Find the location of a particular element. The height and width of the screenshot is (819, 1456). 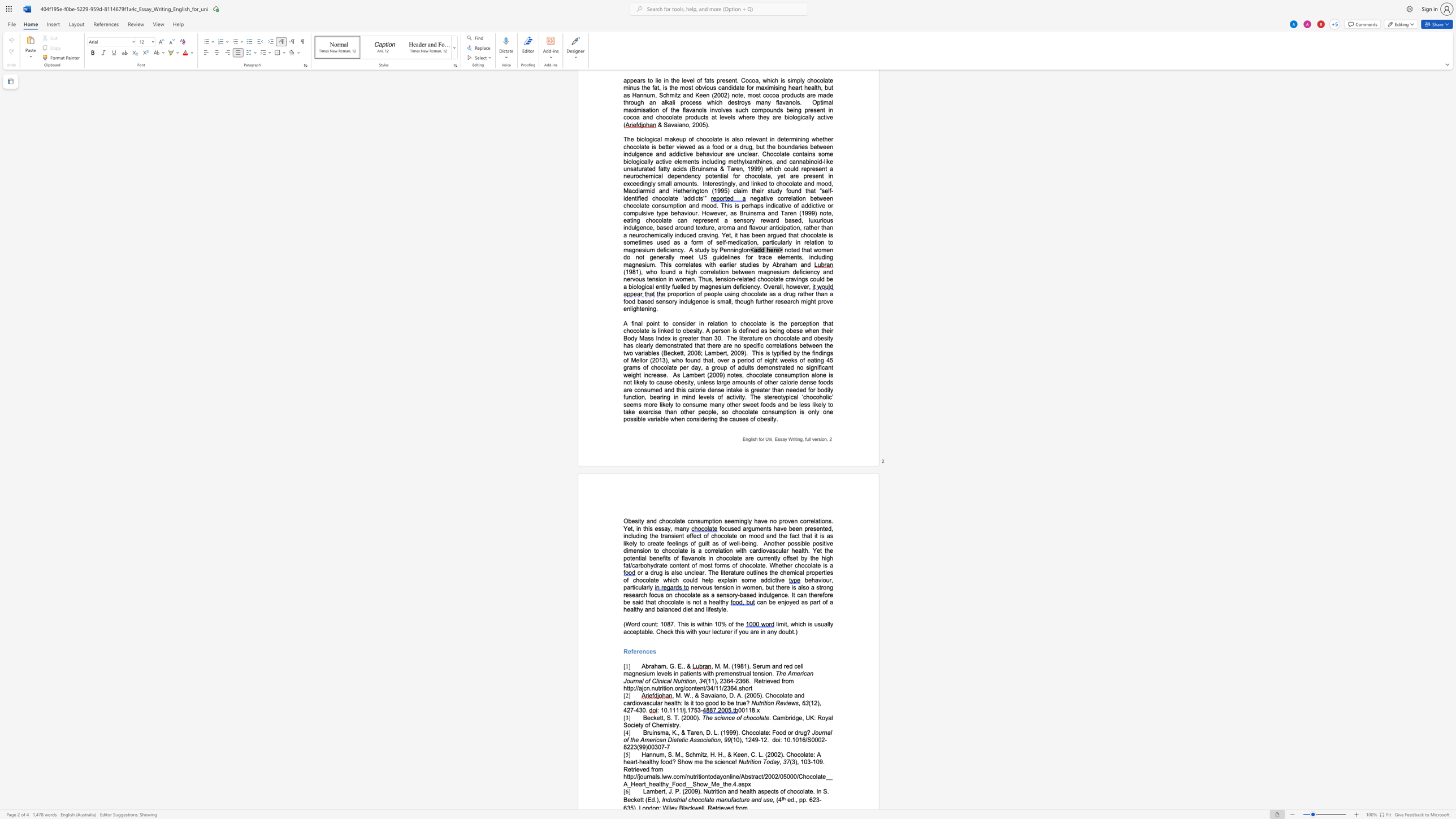

the space between the continuous character "i" and "n" in the text is located at coordinates (798, 439).